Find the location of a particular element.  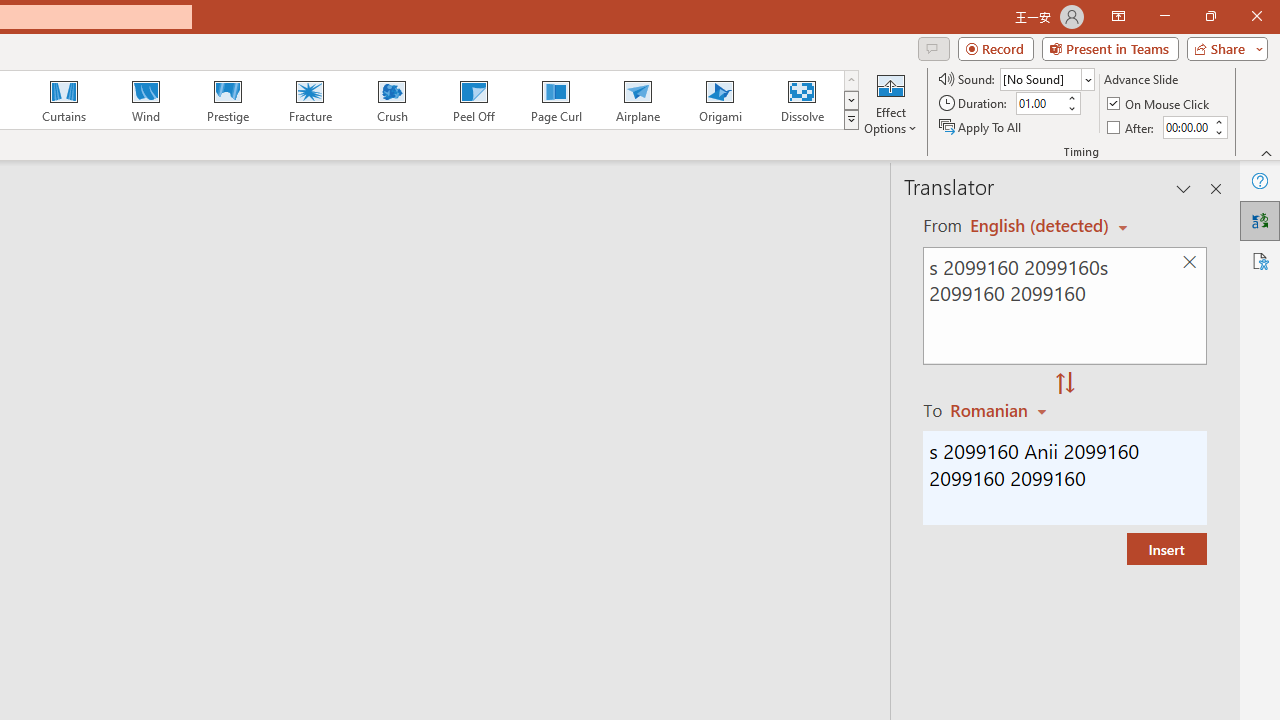

'Page Curl' is located at coordinates (555, 100).